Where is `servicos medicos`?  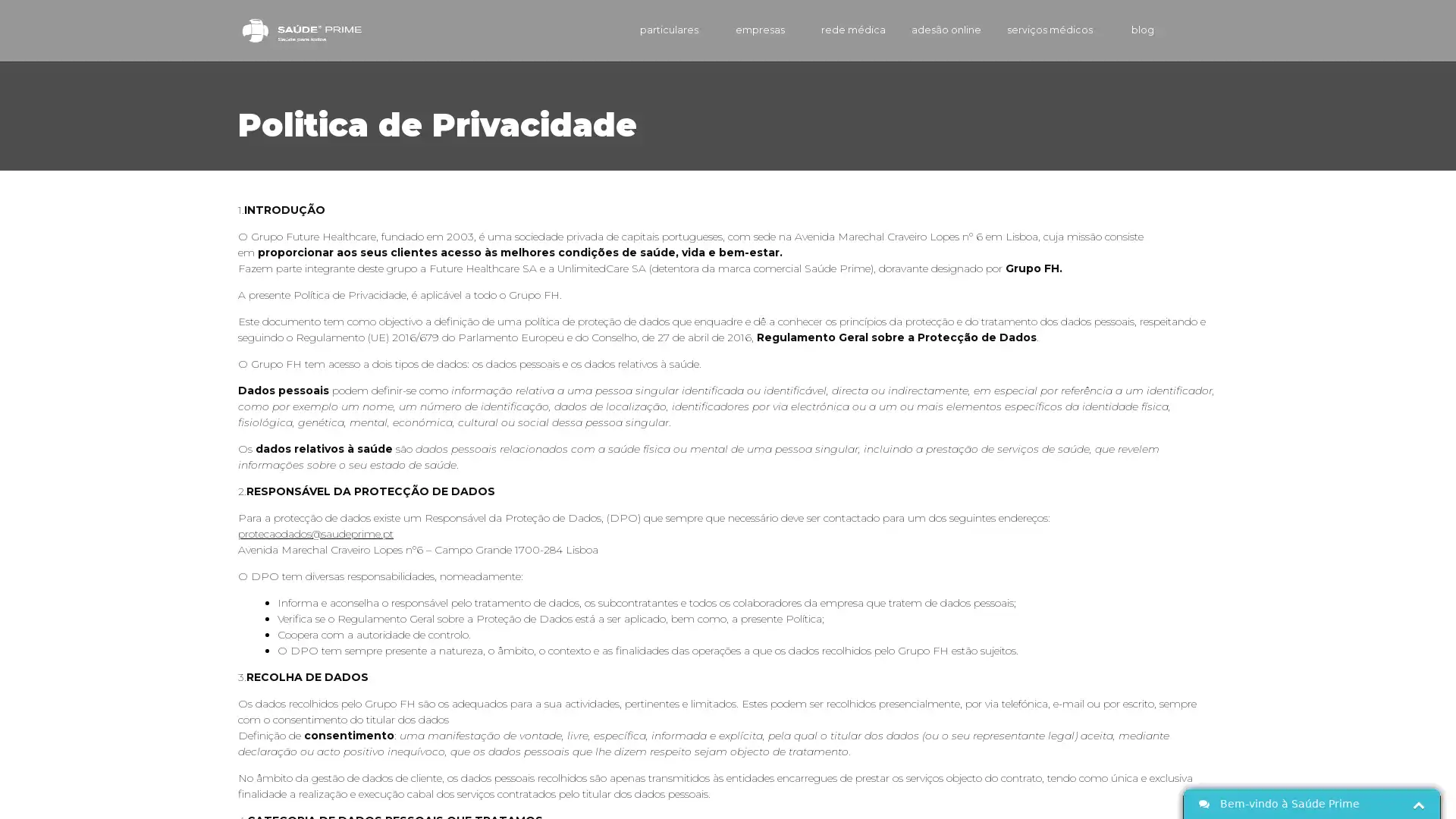 servicos medicos is located at coordinates (1040, 30).